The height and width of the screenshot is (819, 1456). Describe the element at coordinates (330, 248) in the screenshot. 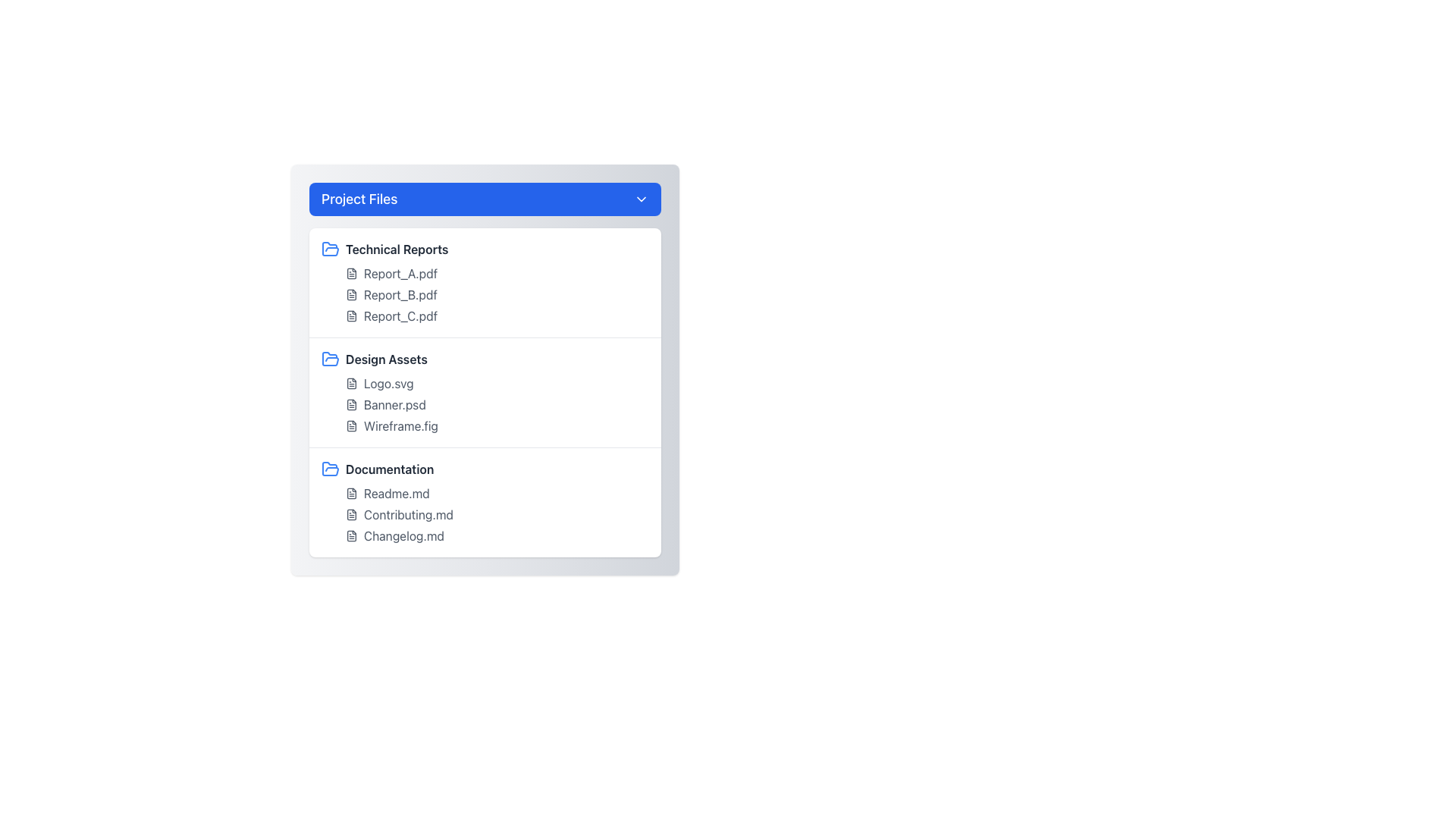

I see `the folder icon representing 'Technical Reports' located to the left of the text in the 'Project Files' section` at that location.